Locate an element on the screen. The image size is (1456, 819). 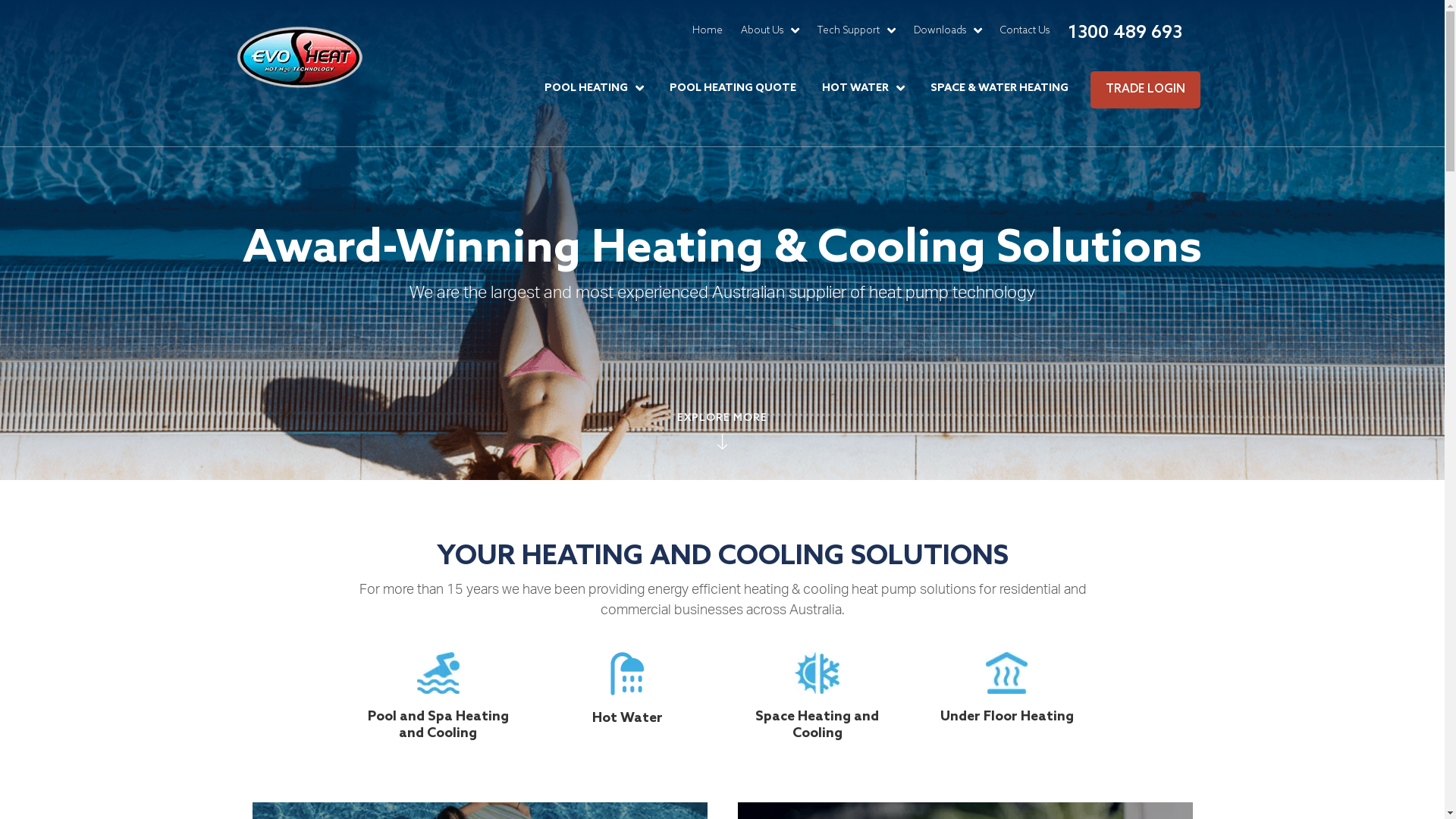
'TRADE LOGIN' is located at coordinates (1145, 89).